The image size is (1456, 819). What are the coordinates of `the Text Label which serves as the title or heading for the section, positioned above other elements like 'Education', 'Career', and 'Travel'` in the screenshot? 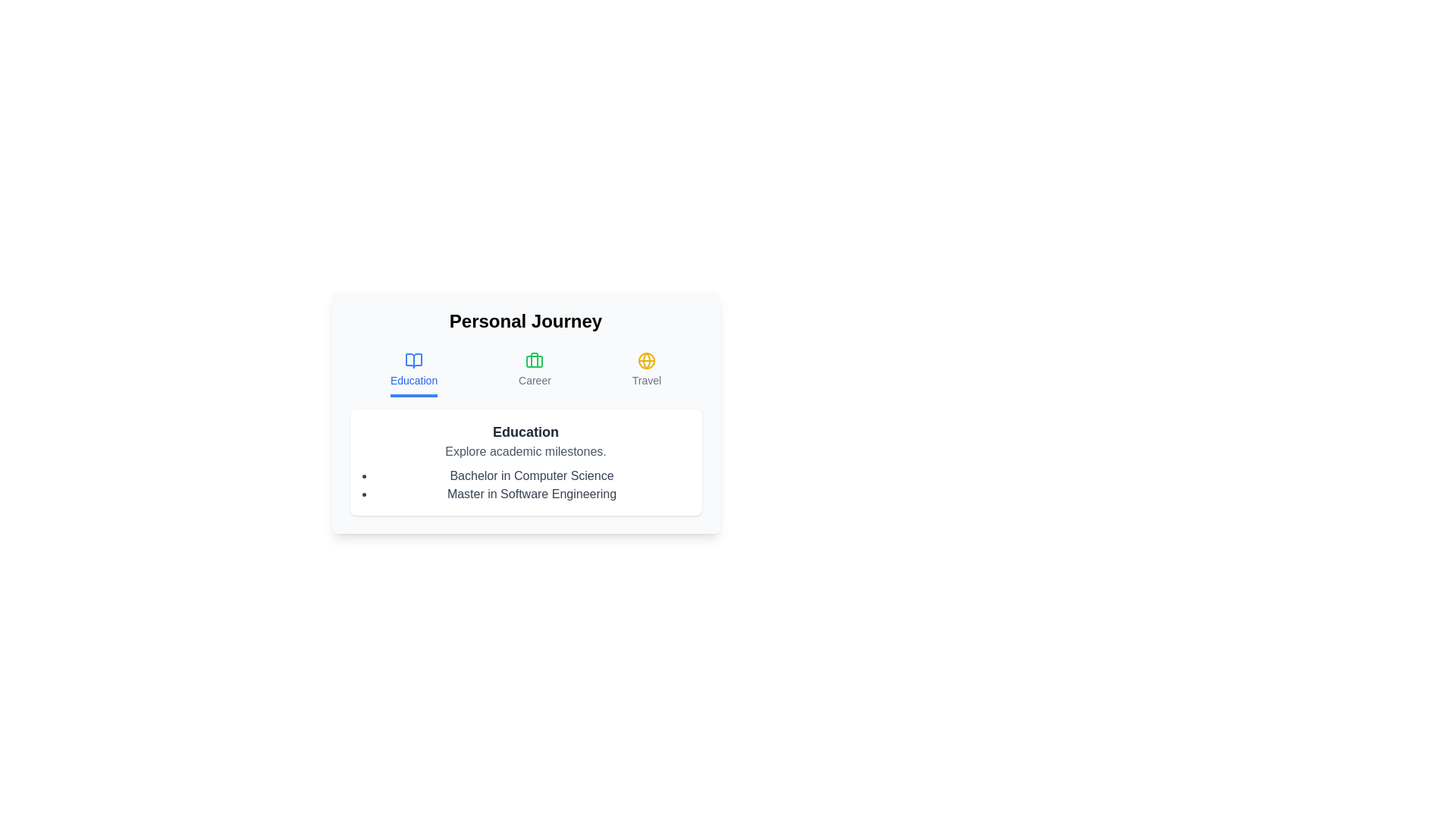 It's located at (526, 321).